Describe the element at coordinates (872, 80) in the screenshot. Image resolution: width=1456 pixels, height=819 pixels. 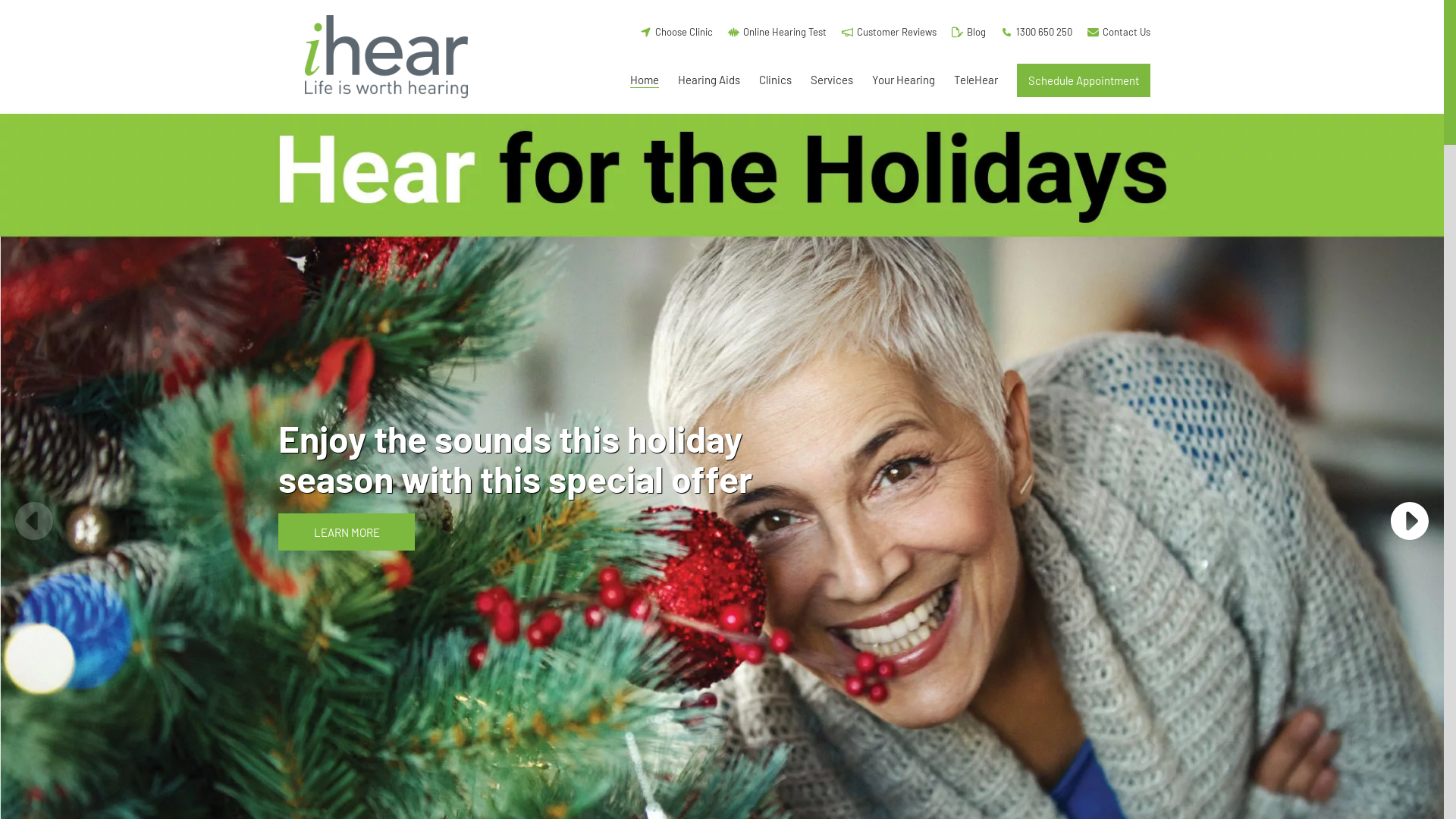
I see `'Your Hearing'` at that location.